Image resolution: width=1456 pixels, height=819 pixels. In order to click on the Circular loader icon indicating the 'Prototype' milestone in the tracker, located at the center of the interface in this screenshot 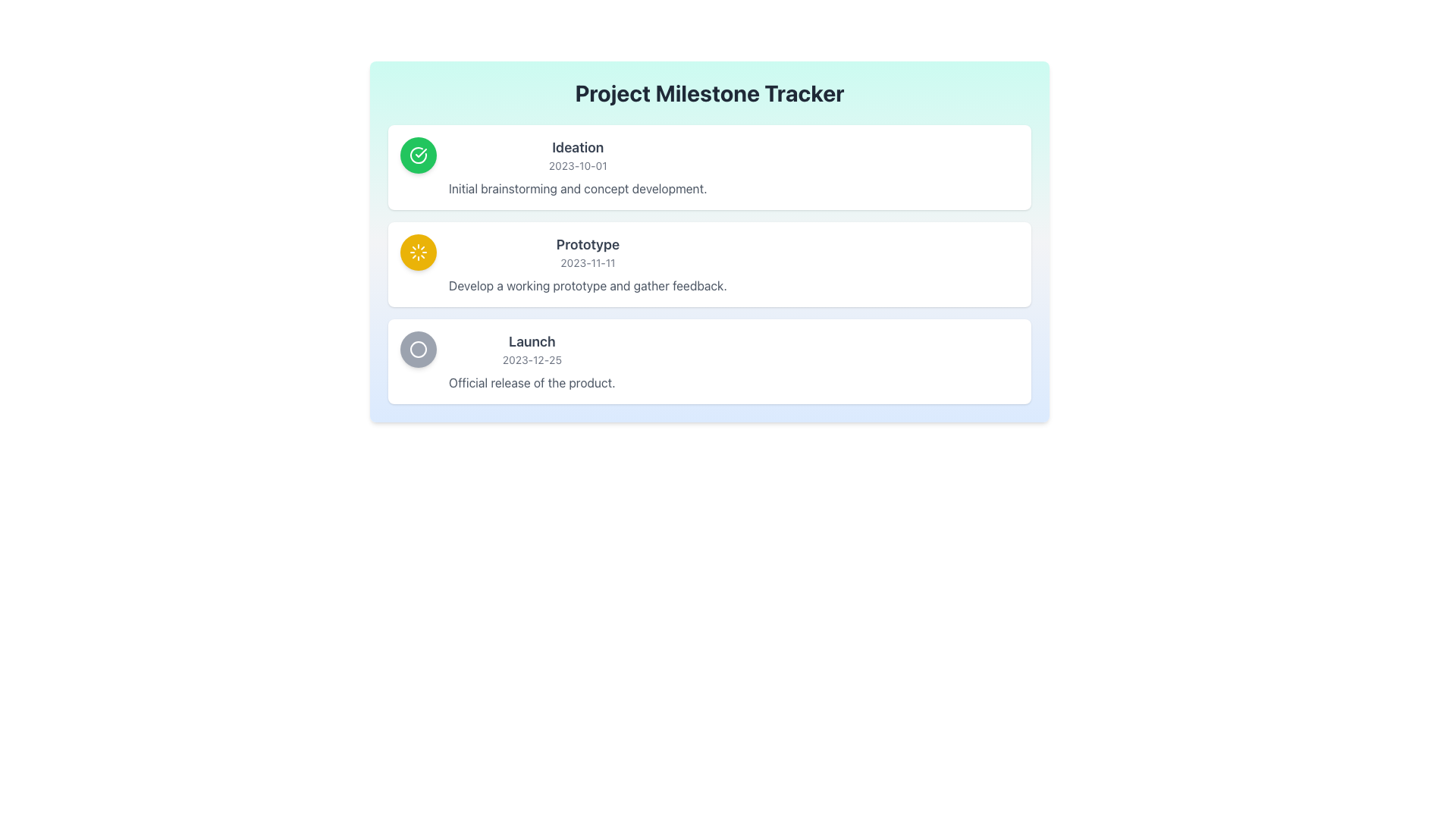, I will do `click(419, 251)`.